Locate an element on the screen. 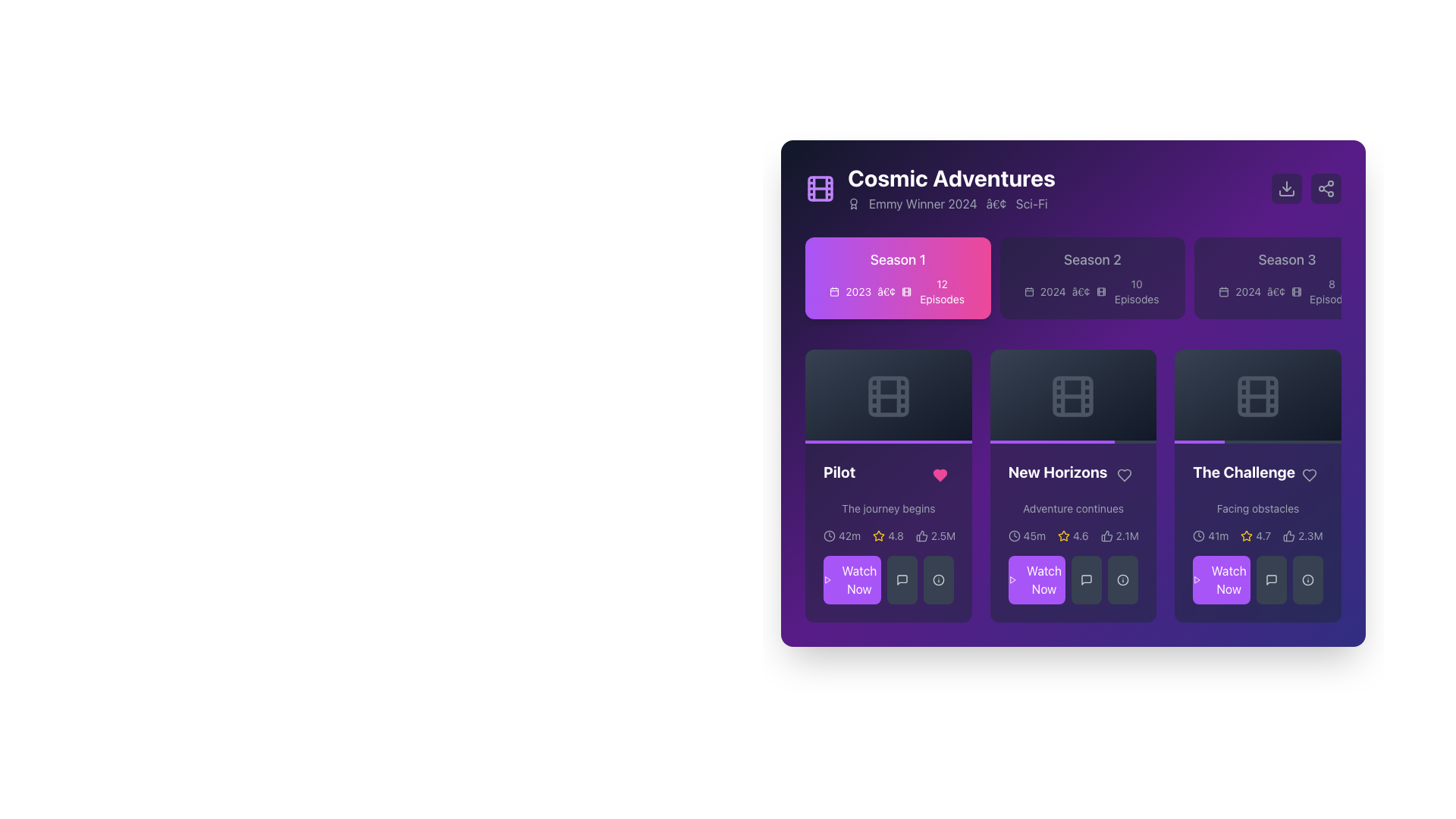 The width and height of the screenshot is (1456, 819). the text and icon element displaying '2024 • 8 Episodes' located in the 'Season 3' card, which is positioned below the title 'Season 3' is located at coordinates (1286, 292).